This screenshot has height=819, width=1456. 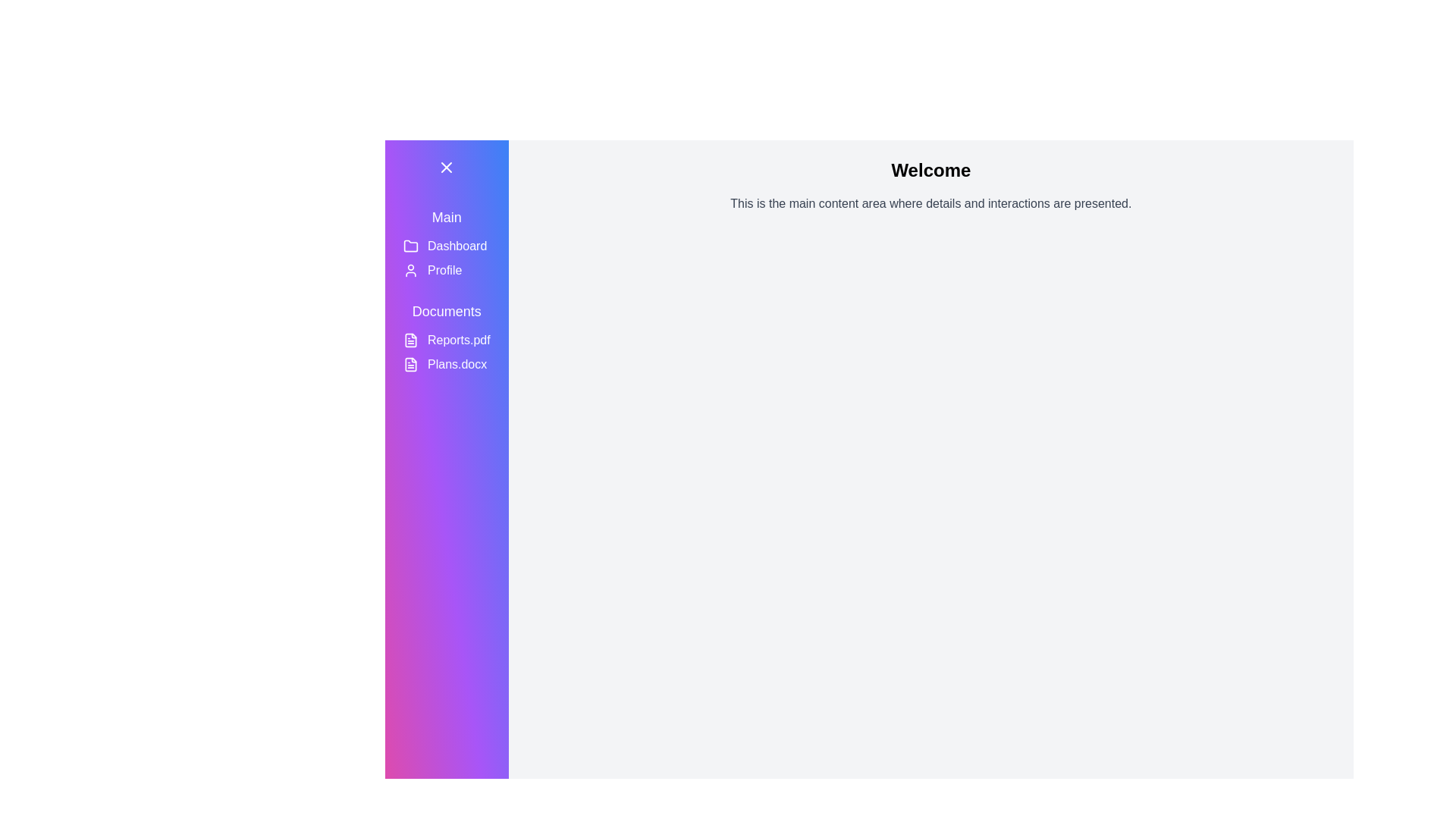 I want to click on the 'Profile' button, which is a rectangular button with a light-hovering effect and an SVG icon of a user, located in the sidebar below the 'Dashboard' button, so click(x=446, y=270).